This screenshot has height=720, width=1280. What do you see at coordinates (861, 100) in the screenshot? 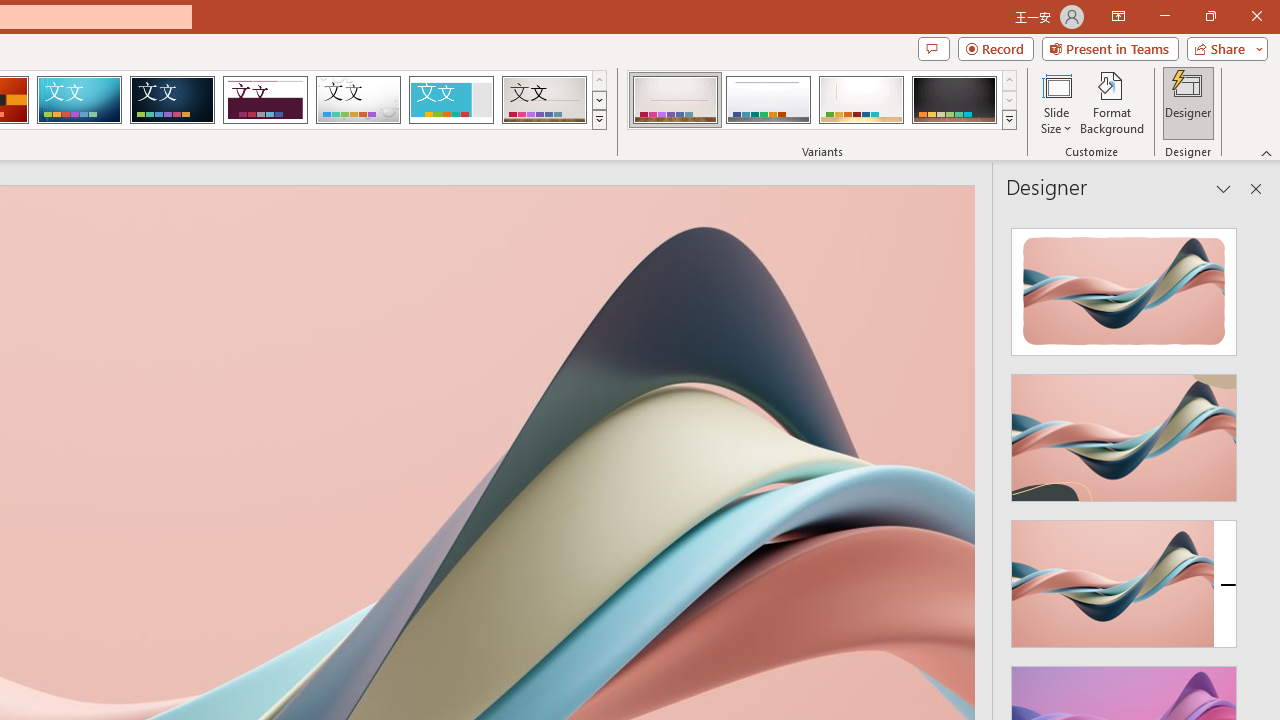
I see `'Gallery Variant 3'` at bounding box center [861, 100].